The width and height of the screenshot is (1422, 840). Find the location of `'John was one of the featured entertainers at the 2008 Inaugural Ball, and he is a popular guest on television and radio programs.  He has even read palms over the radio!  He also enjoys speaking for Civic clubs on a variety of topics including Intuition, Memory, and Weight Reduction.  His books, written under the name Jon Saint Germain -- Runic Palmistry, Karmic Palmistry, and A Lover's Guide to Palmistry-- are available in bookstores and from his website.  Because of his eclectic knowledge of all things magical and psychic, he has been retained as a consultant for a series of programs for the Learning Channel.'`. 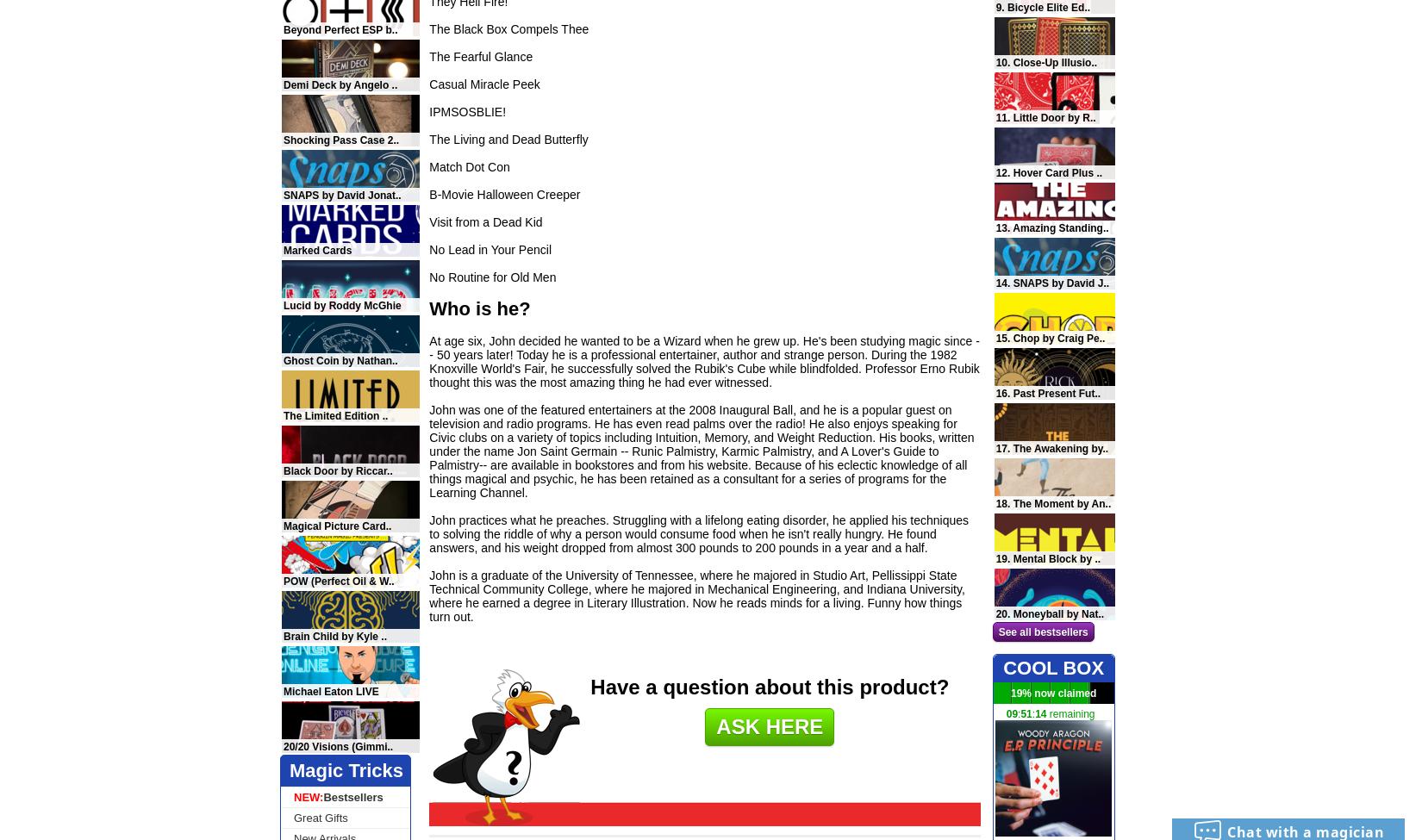

'John was one of the featured entertainers at the 2008 Inaugural Ball, and he is a popular guest on television and radio programs.  He has even read palms over the radio!  He also enjoys speaking for Civic clubs on a variety of topics including Intuition, Memory, and Weight Reduction.  His books, written under the name Jon Saint Germain -- Runic Palmistry, Karmic Palmistry, and A Lover's Guide to Palmistry-- are available in bookstores and from his website.  Because of his eclectic knowledge of all things magical and psychic, he has been retained as a consultant for a series of programs for the Learning Channel.' is located at coordinates (427, 450).